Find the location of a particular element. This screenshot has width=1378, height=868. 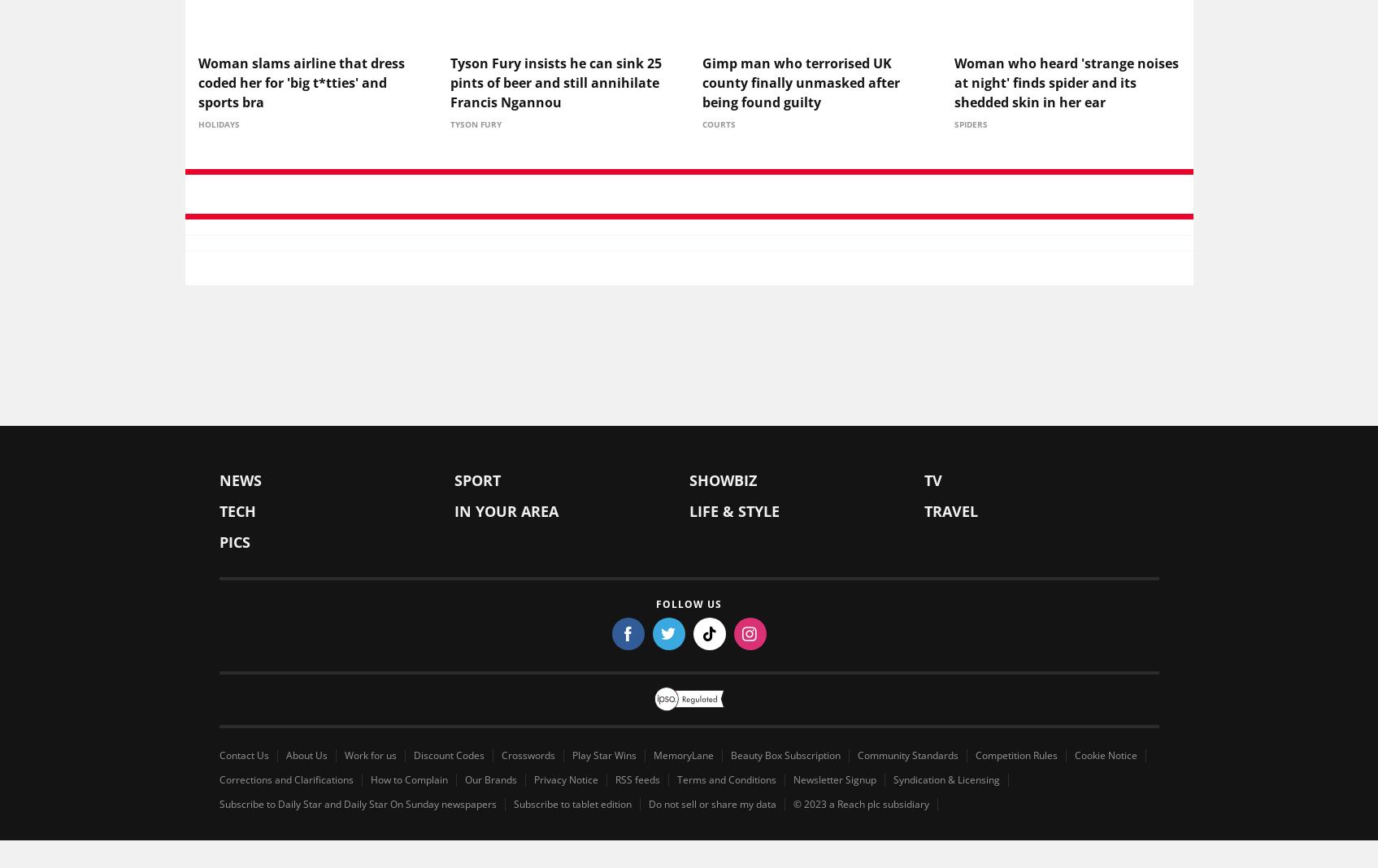

'Subscribe to Daily Star and Daily Star On Sunday newspapers' is located at coordinates (357, 807).